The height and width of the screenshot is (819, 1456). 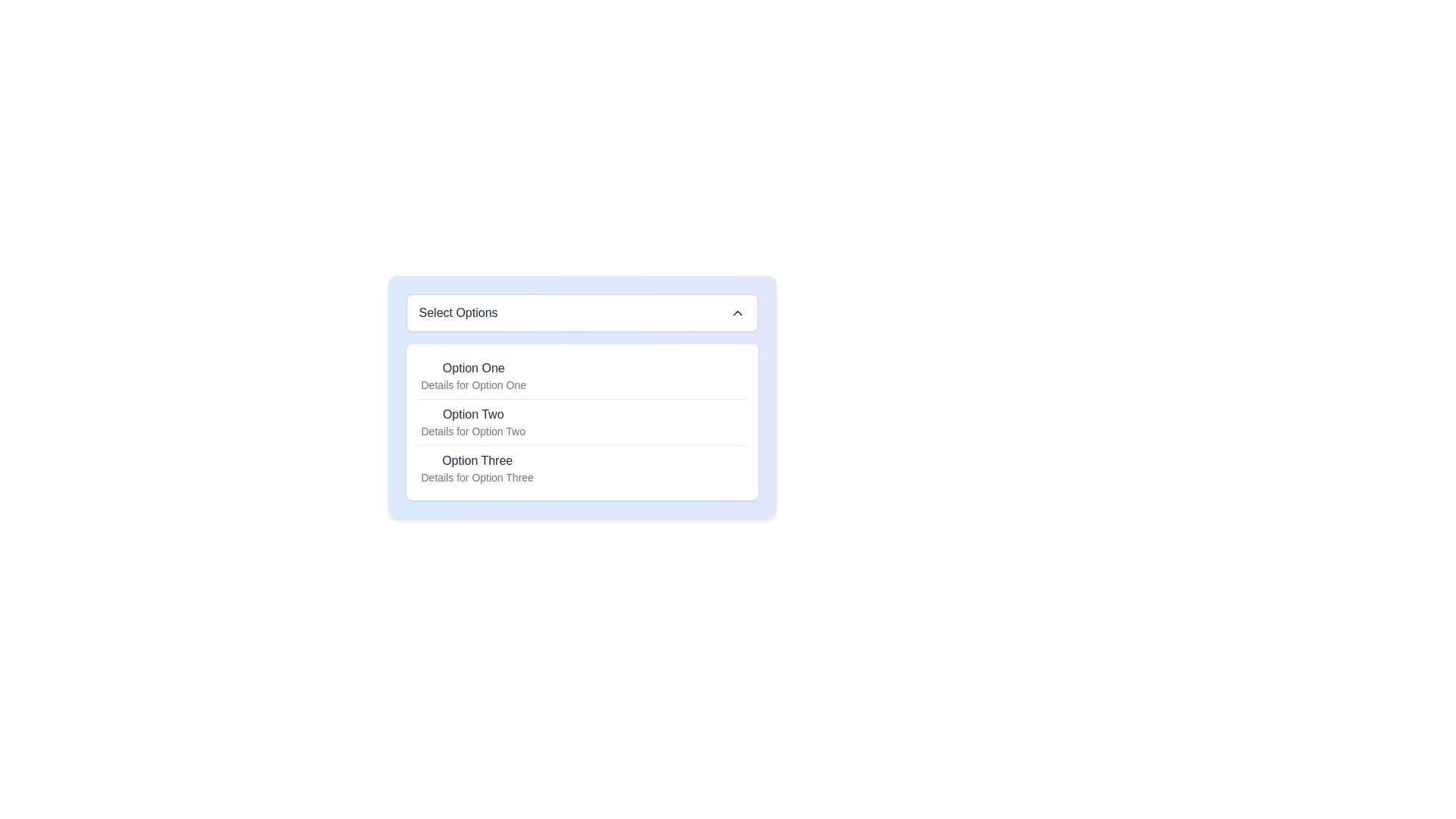 What do you see at coordinates (472, 369) in the screenshot?
I see `the text label displaying 'Option One' located at the top of the dropdown menu options` at bounding box center [472, 369].